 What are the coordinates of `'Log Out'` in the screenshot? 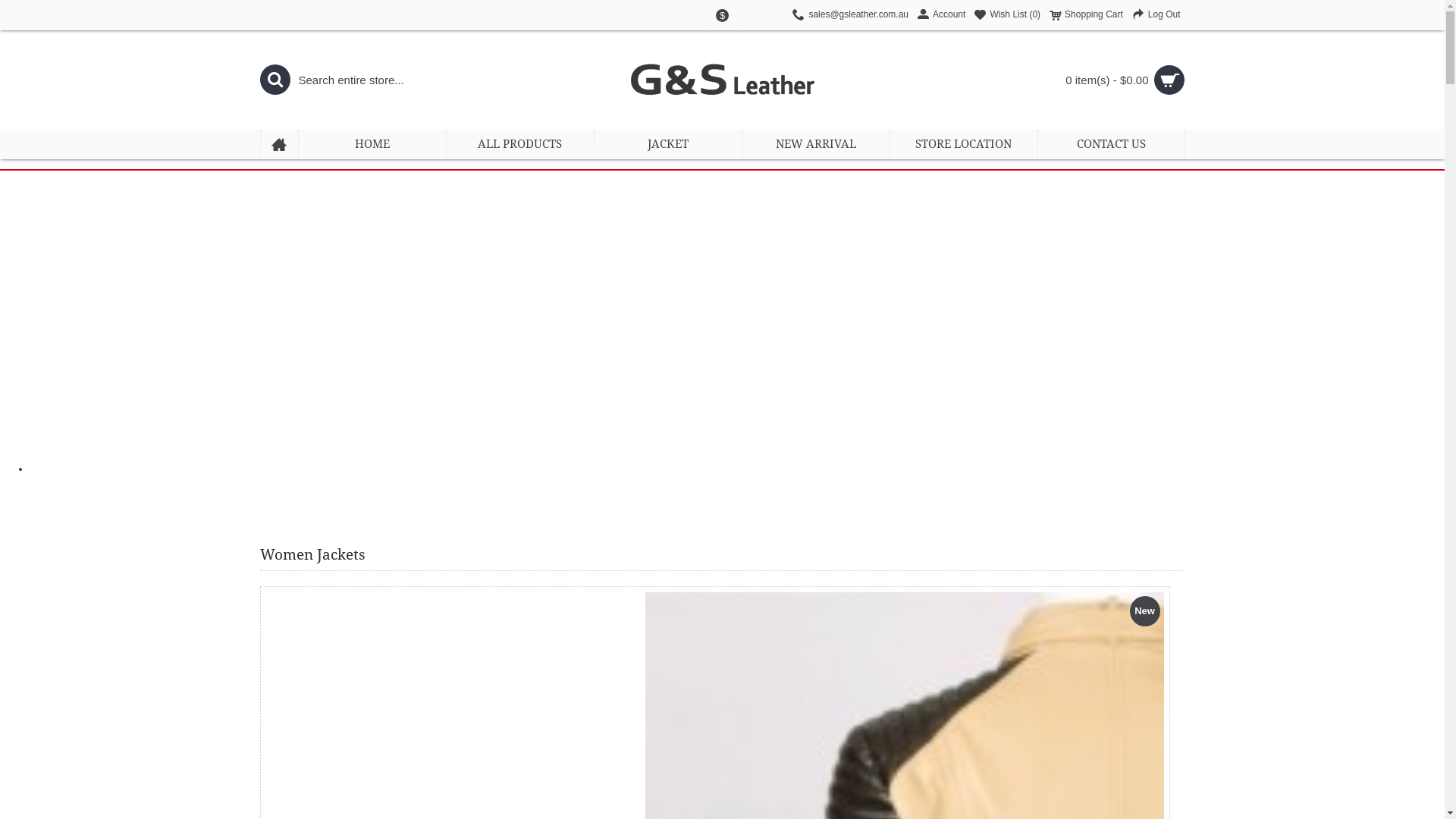 It's located at (1128, 14).